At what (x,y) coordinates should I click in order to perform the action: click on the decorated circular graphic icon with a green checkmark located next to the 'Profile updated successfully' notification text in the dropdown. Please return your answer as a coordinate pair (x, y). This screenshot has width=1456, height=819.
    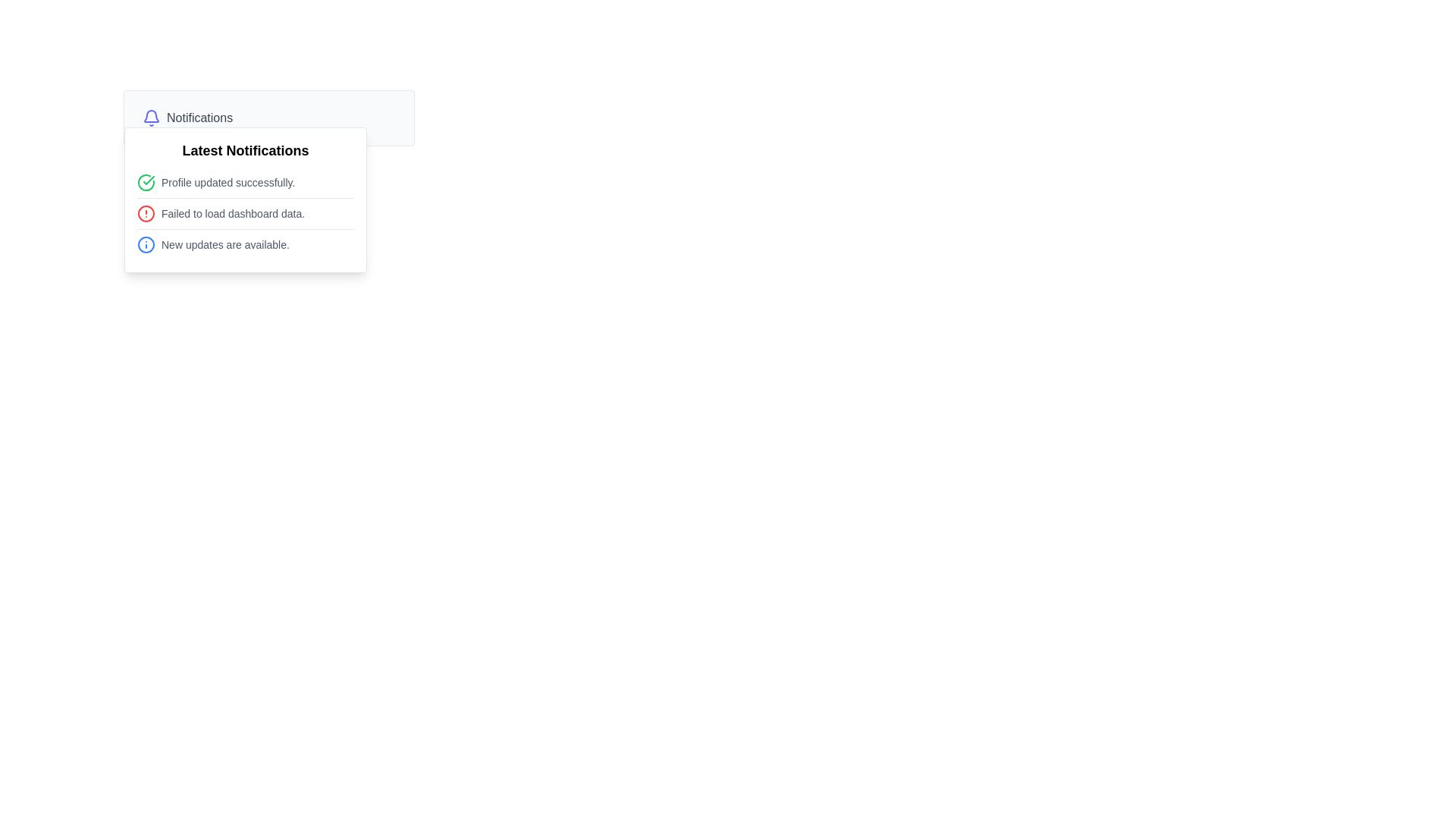
    Looking at the image, I should click on (146, 181).